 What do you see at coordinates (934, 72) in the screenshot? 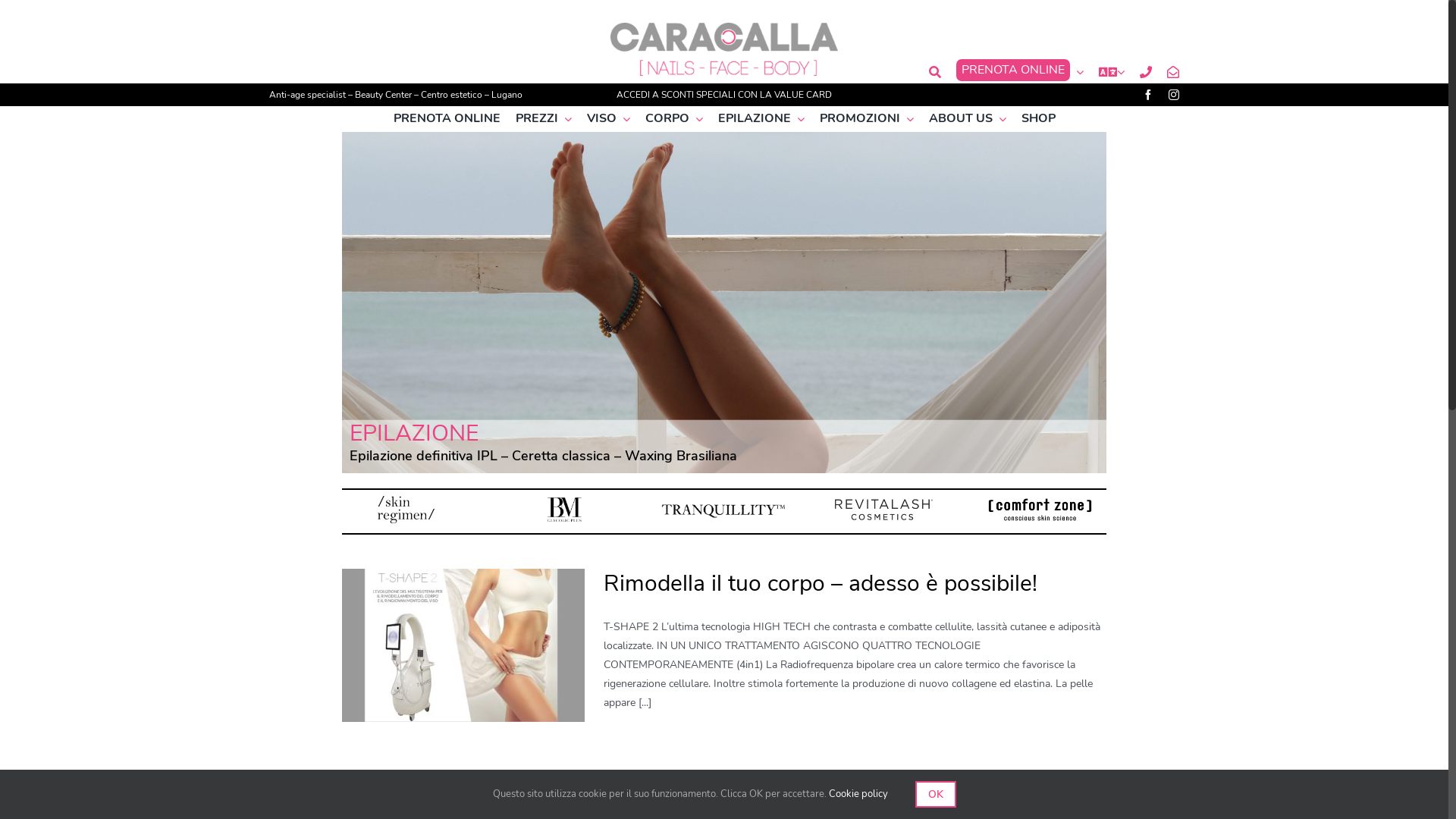
I see `'CERCA'` at bounding box center [934, 72].